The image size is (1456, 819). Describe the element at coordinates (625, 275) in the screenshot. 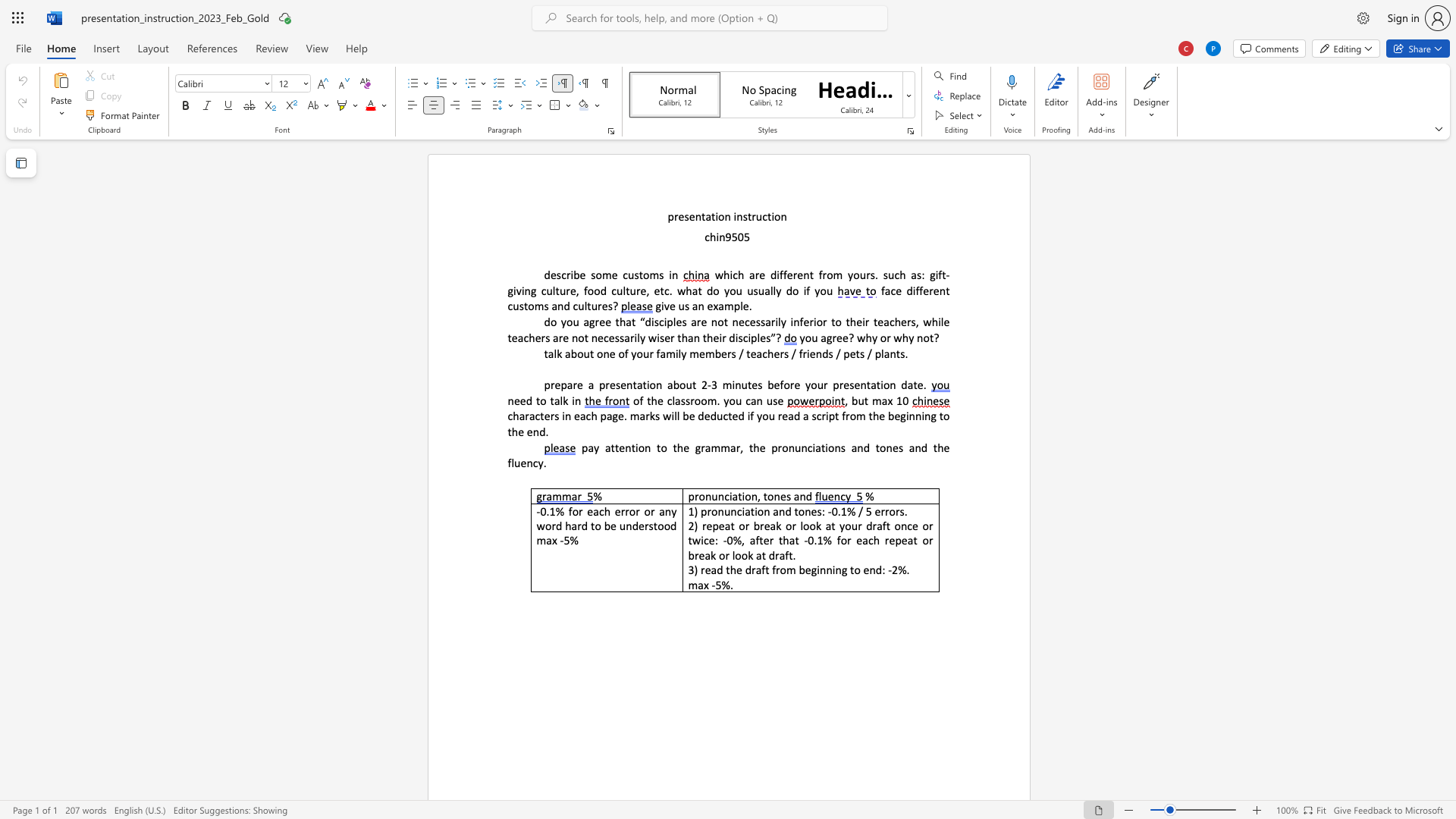

I see `the 2th character "c" in the text` at that location.